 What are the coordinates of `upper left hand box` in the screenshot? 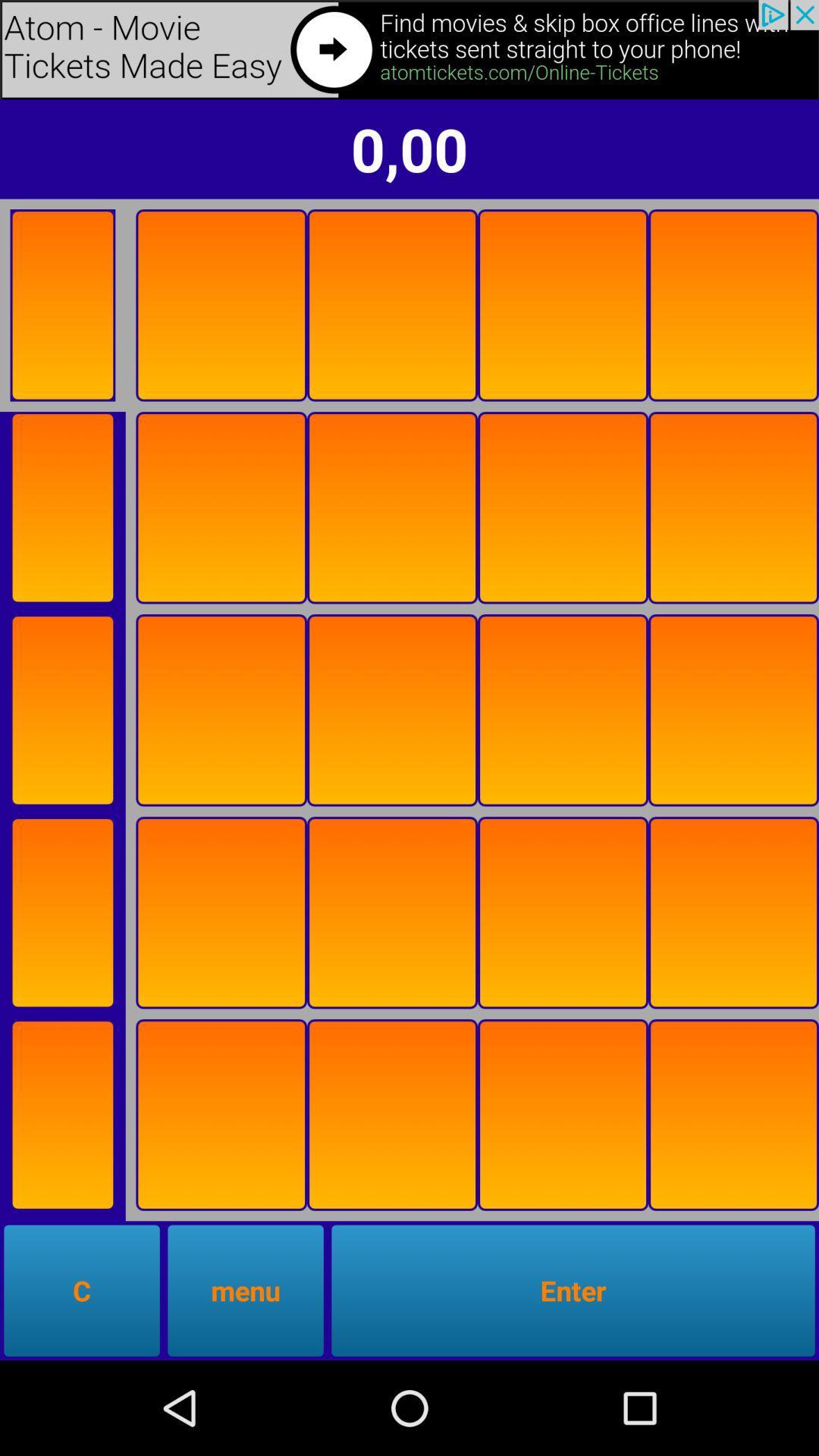 It's located at (61, 304).